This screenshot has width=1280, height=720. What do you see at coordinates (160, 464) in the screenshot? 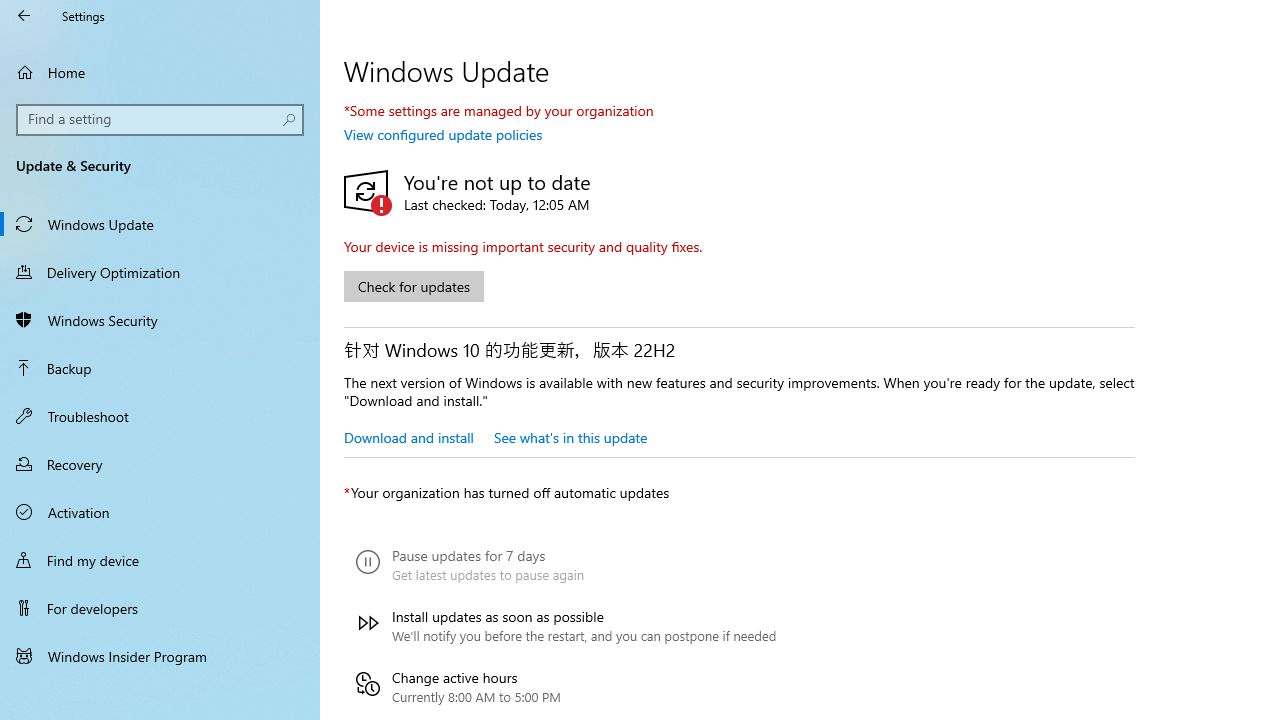
I see `'Recovery'` at bounding box center [160, 464].